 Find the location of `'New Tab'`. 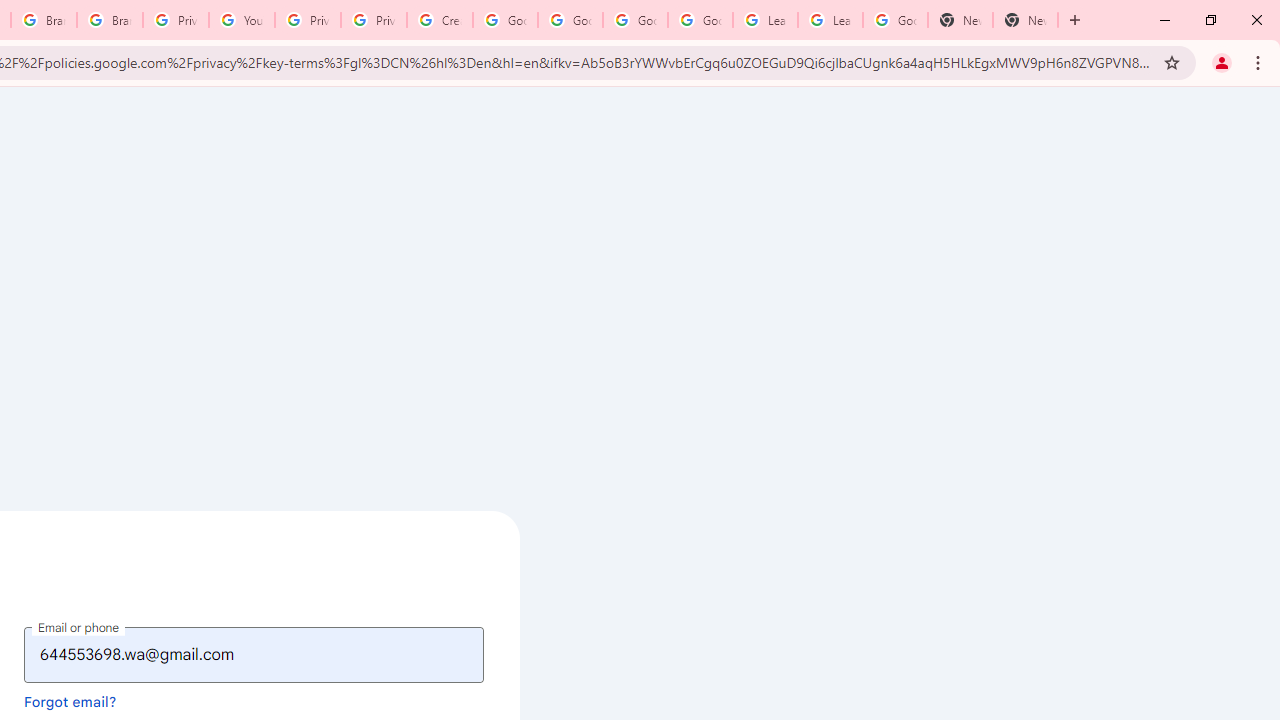

'New Tab' is located at coordinates (1025, 20).